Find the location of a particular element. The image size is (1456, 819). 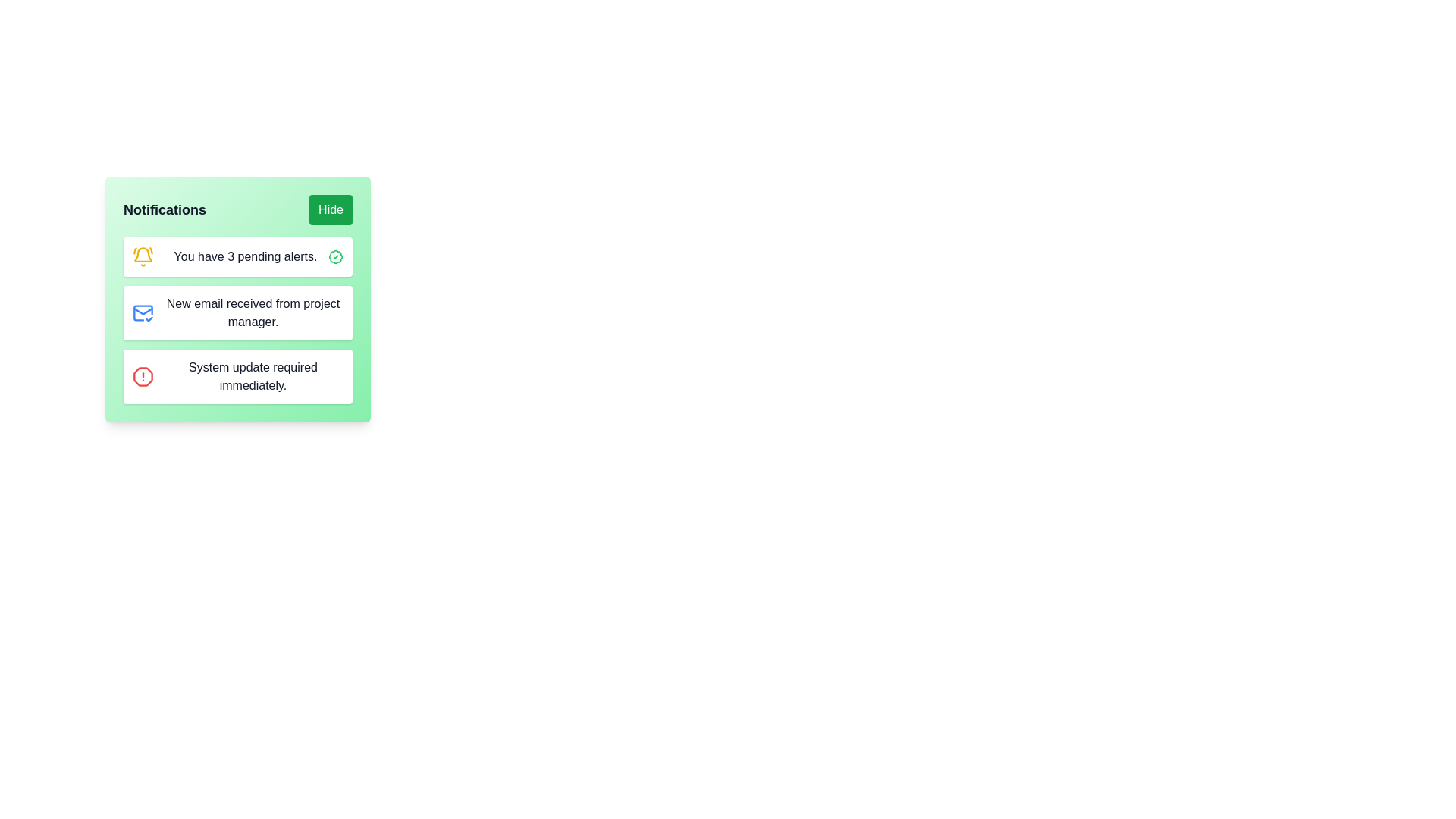

the static text element that displays 'You have 3 pending alerts.' within the notification card interface is located at coordinates (246, 256).